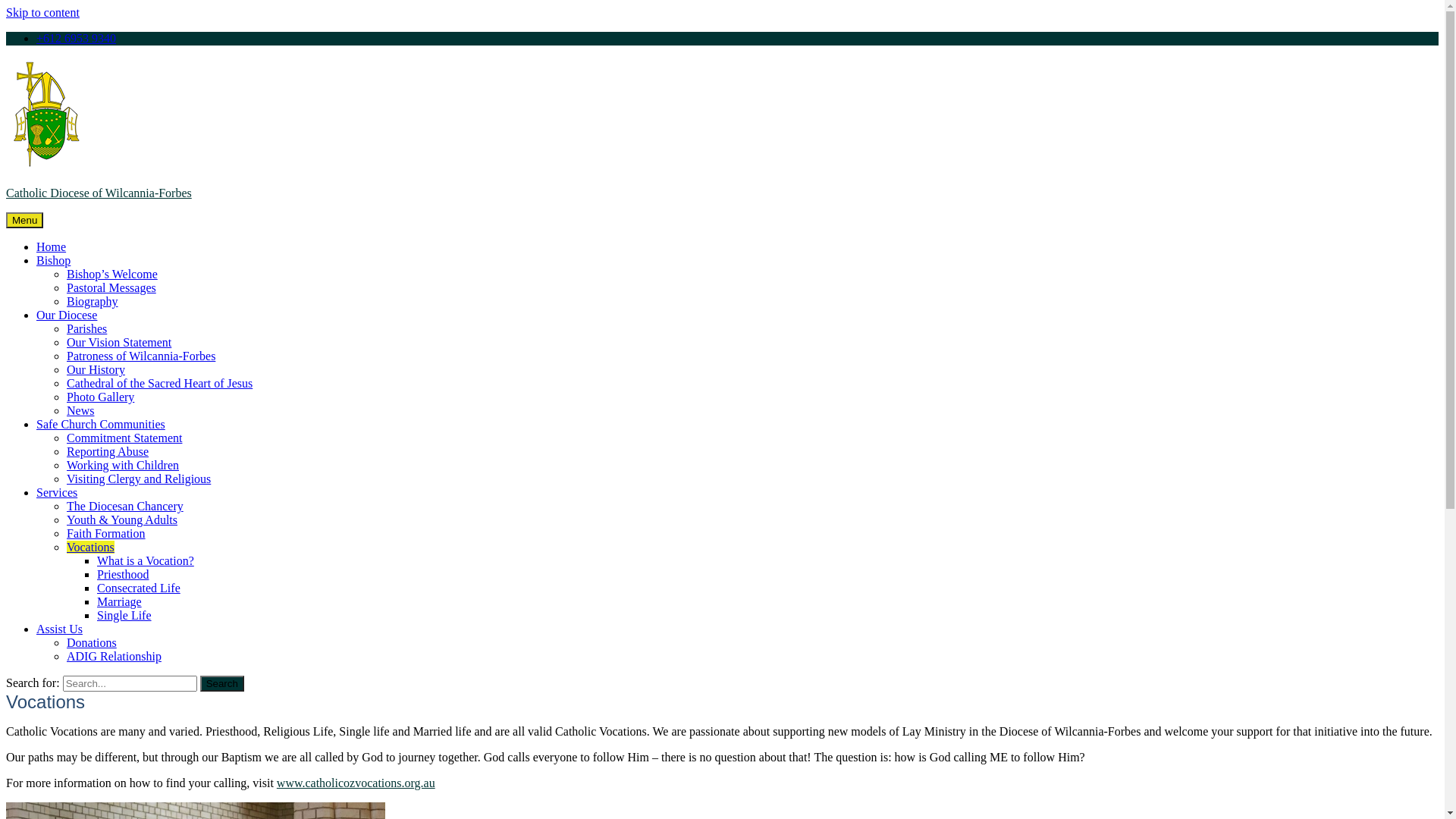 This screenshot has height=819, width=1456. What do you see at coordinates (124, 615) in the screenshot?
I see `'Single Life'` at bounding box center [124, 615].